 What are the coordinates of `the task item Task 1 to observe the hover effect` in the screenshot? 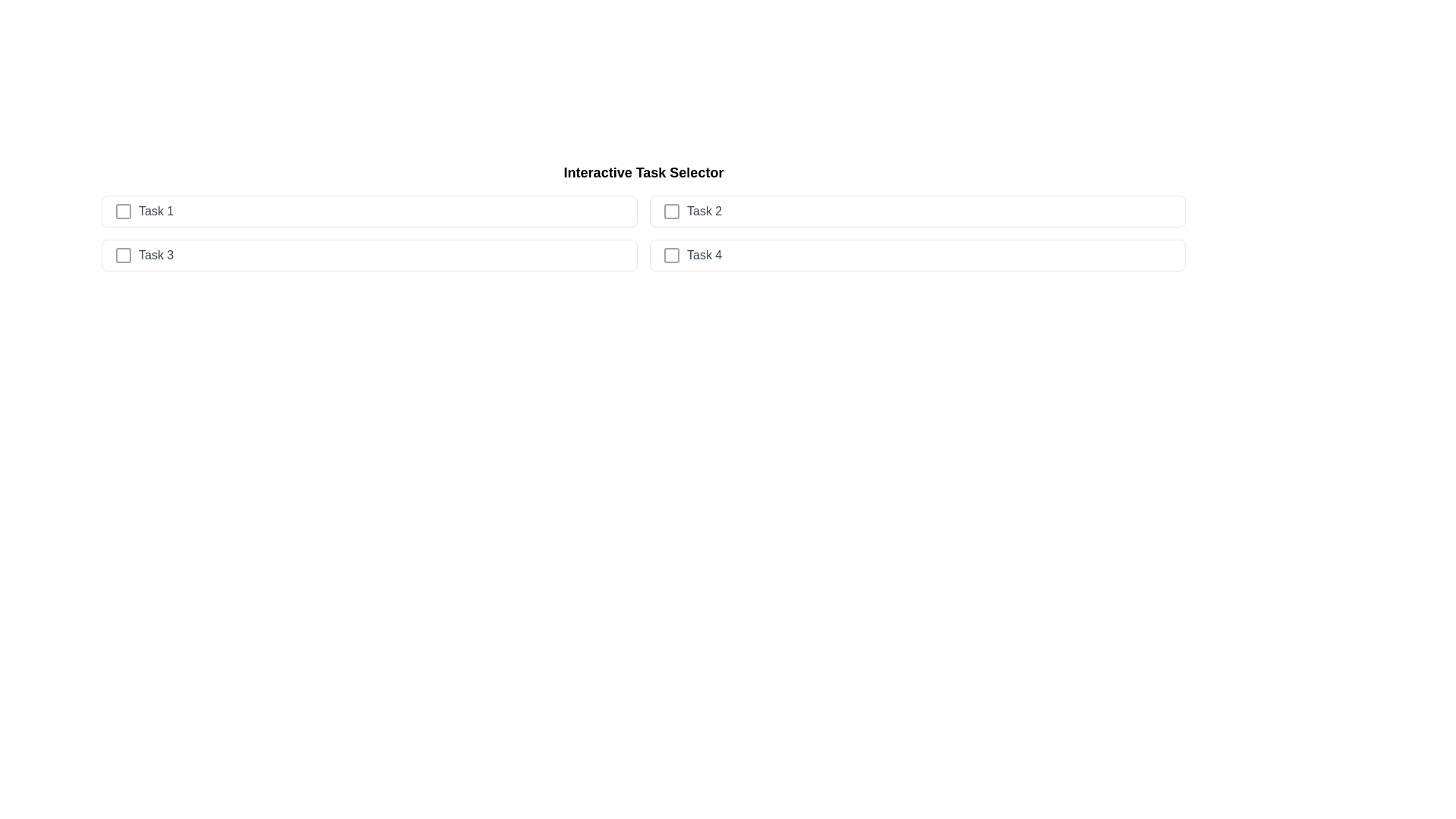 It's located at (369, 211).